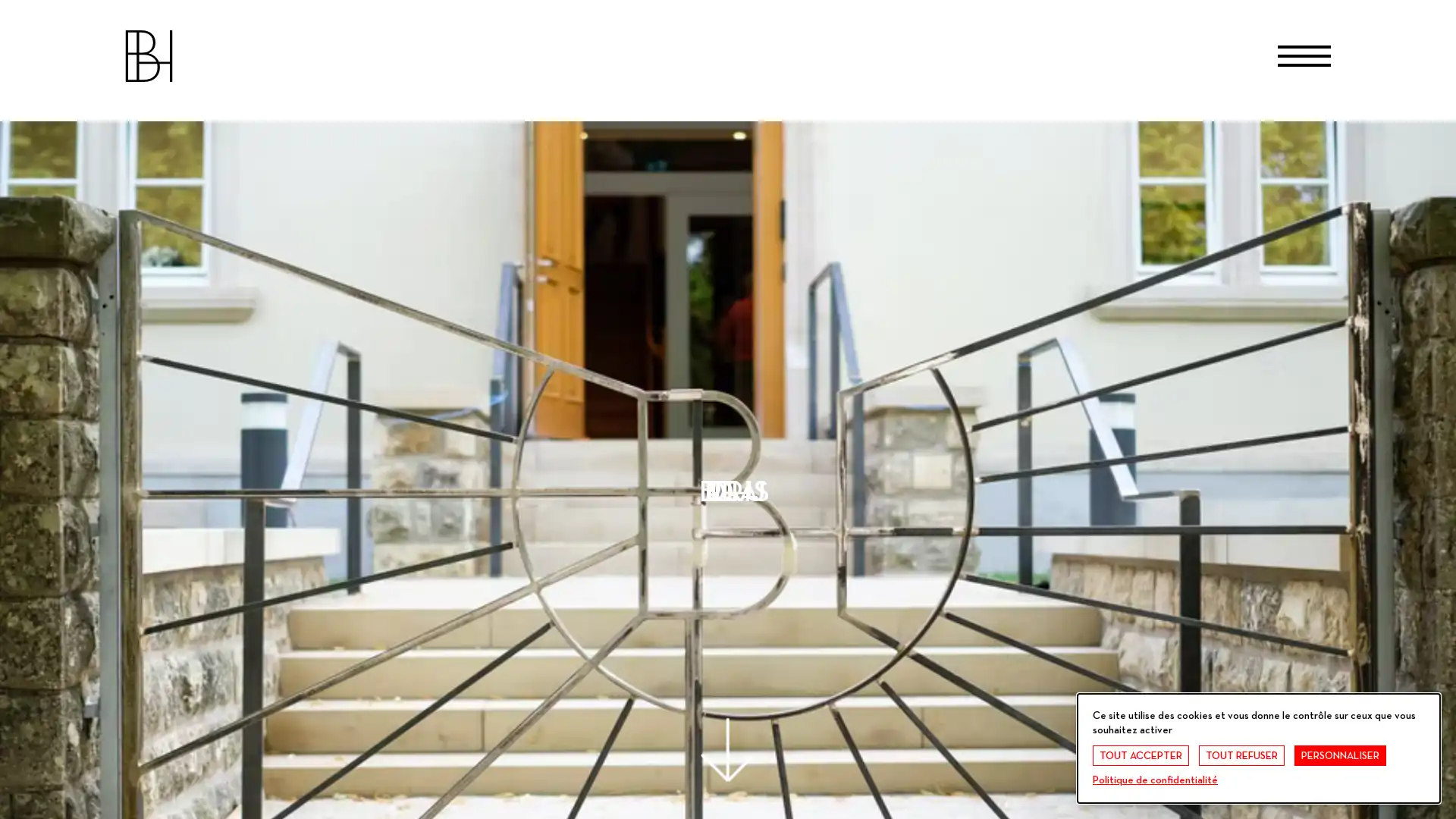 The height and width of the screenshot is (819, 1456). What do you see at coordinates (1340, 755) in the screenshot?
I see `PERSONNALISER` at bounding box center [1340, 755].